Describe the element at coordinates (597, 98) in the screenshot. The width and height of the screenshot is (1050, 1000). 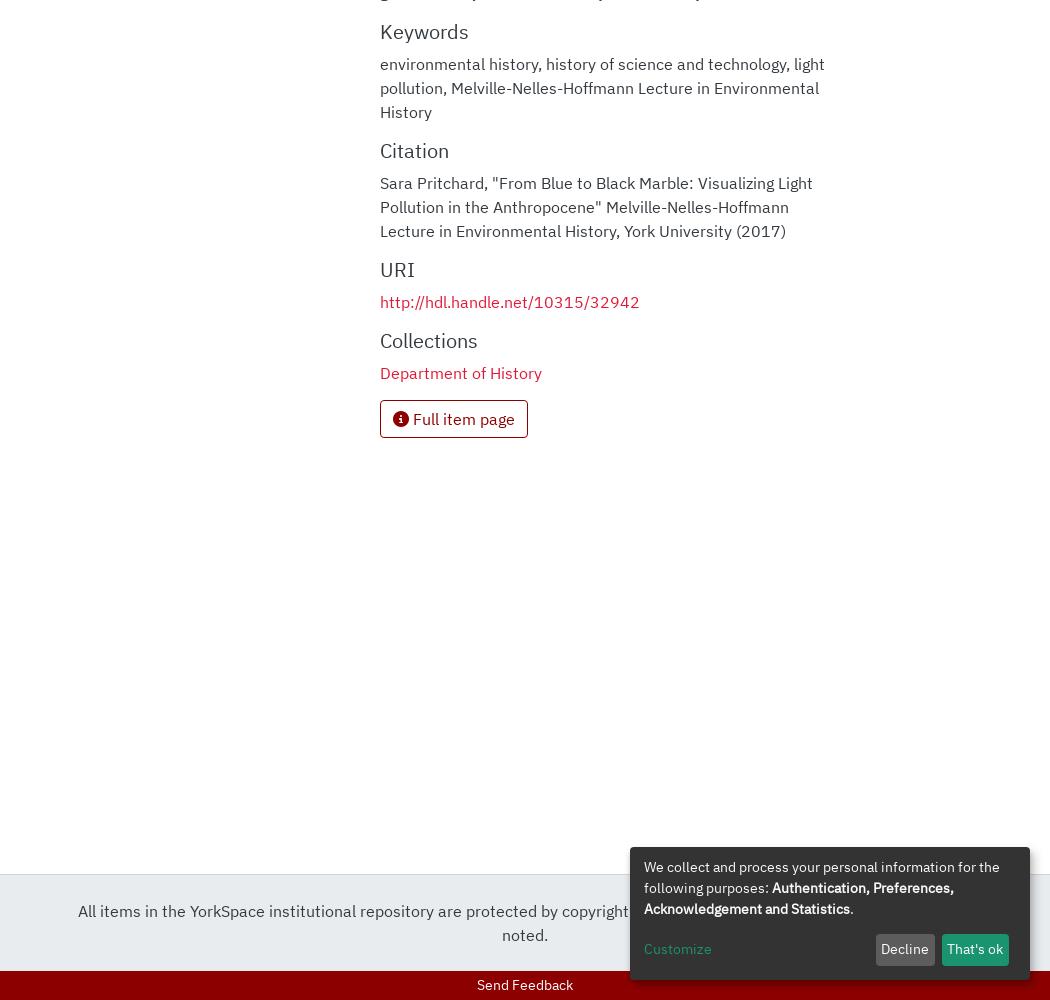
I see `'Melville-Nelles-Hoffmann Lecture in Environmental History'` at that location.